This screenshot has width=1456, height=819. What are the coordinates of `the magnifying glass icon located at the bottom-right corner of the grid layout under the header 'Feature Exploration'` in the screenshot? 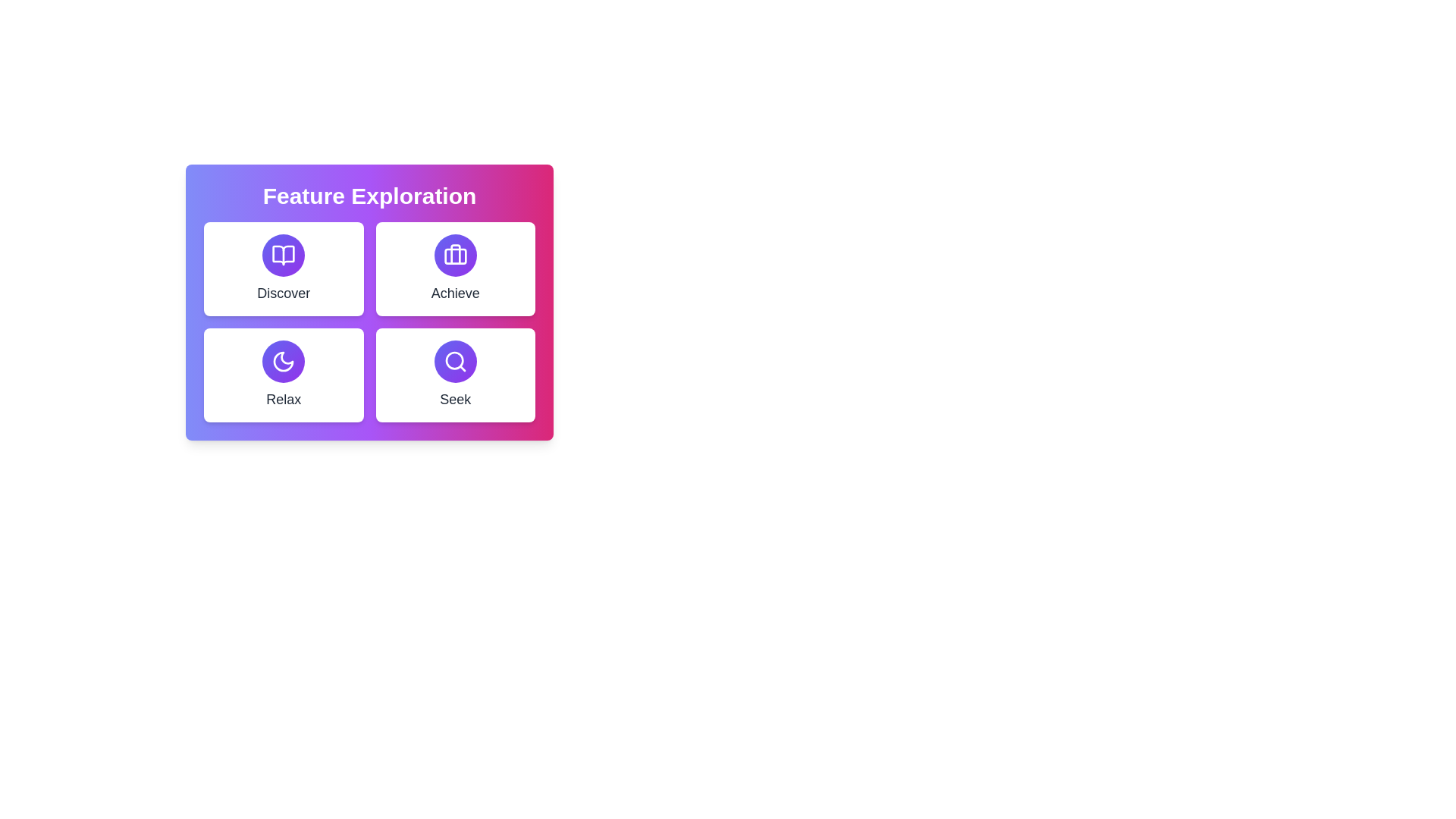 It's located at (454, 362).